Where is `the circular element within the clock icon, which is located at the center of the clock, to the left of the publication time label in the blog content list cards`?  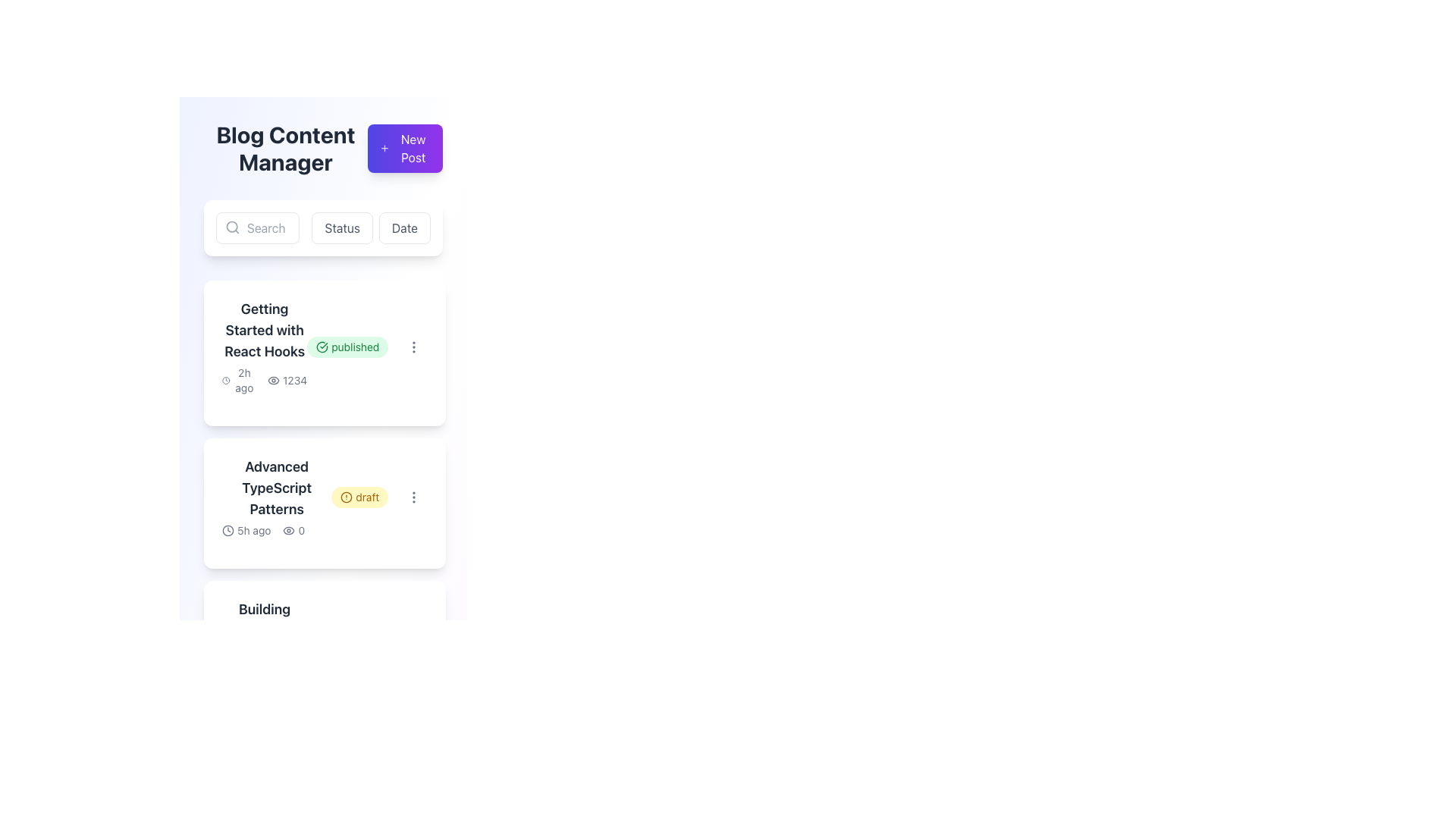
the circular element within the clock icon, which is located at the center of the clock, to the left of the publication time label in the blog content list cards is located at coordinates (227, 529).